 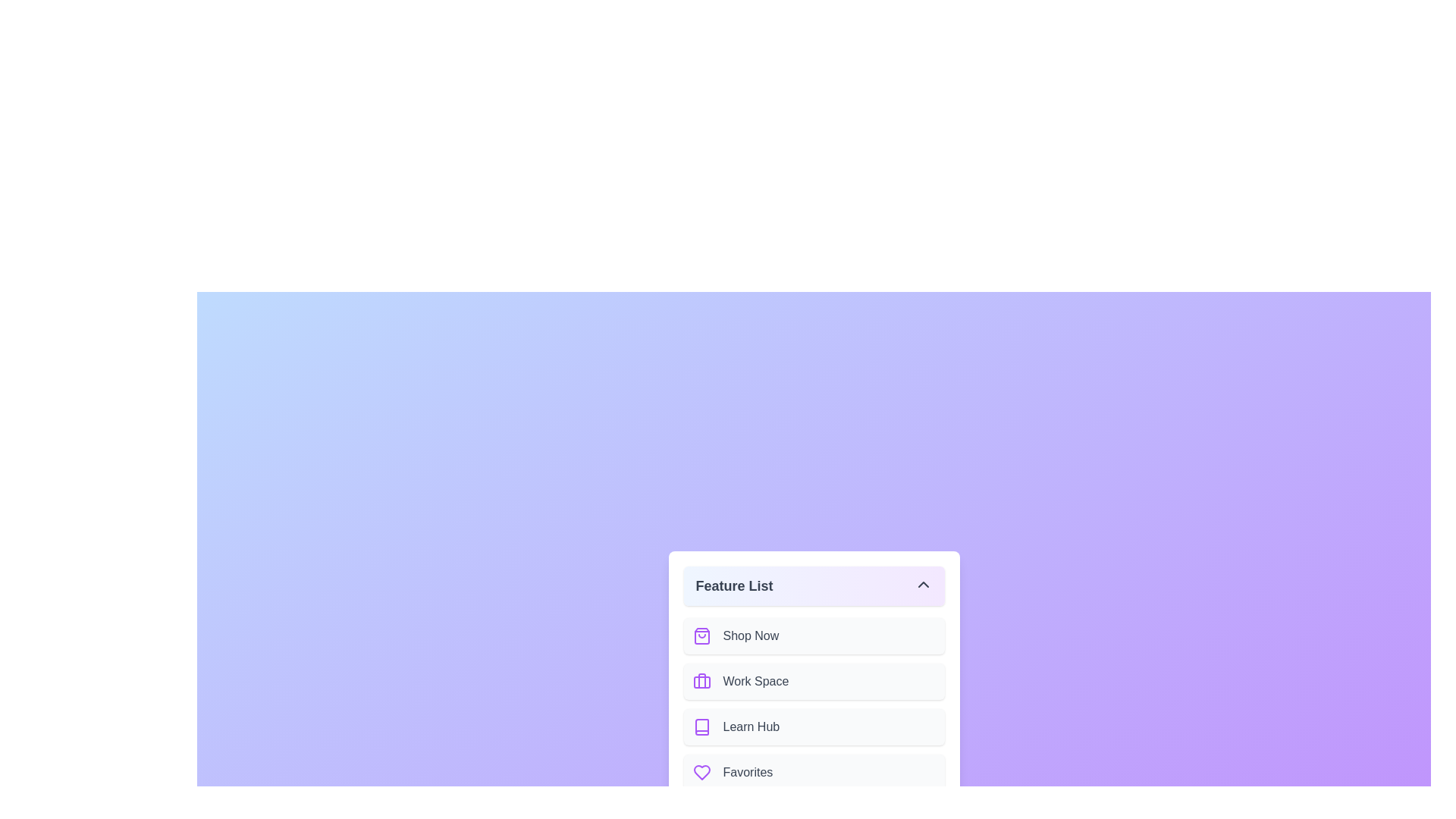 I want to click on the feature Work Space from the list, so click(x=813, y=680).